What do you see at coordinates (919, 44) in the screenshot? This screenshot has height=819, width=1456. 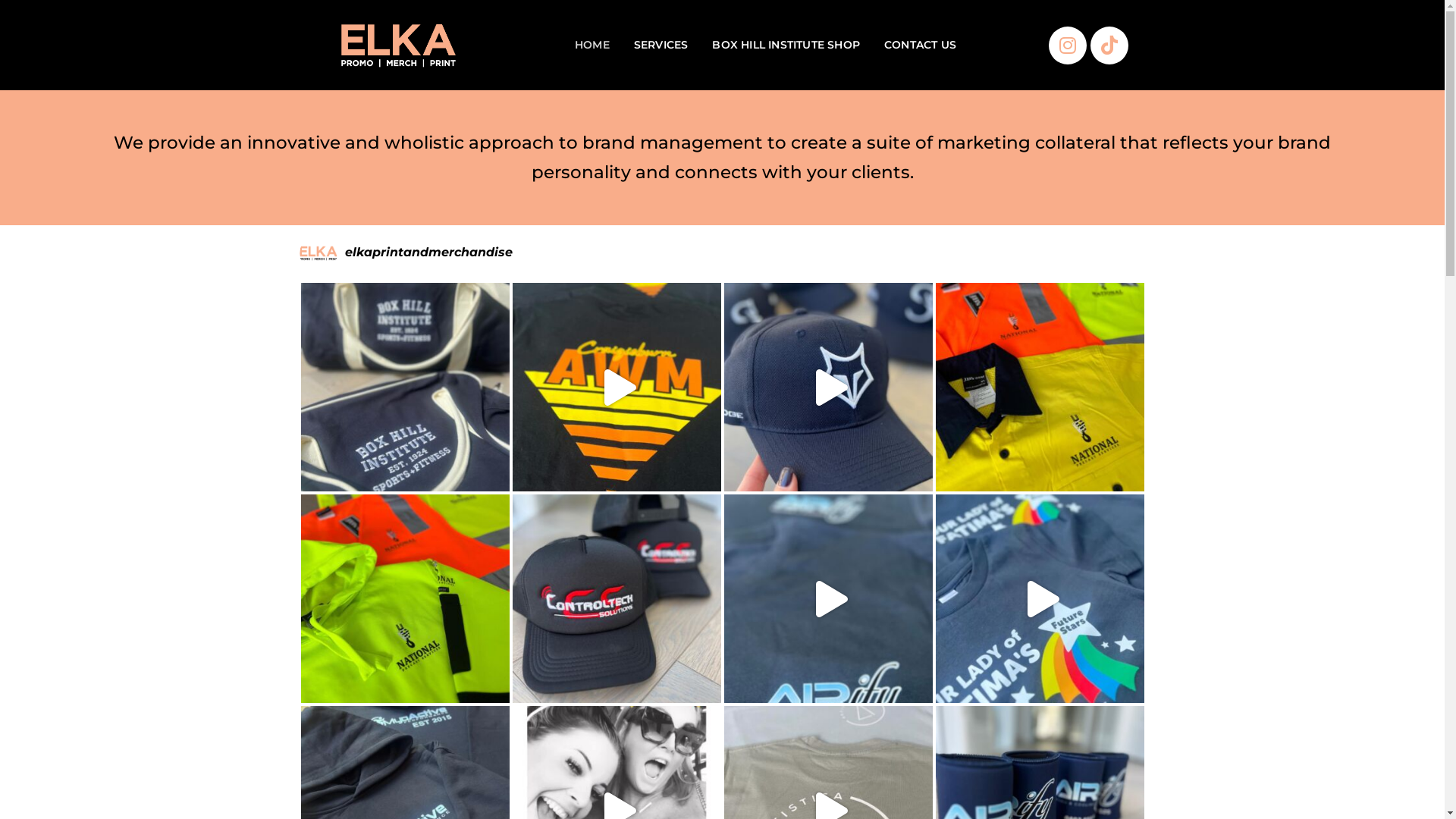 I see `'CONTACT US'` at bounding box center [919, 44].